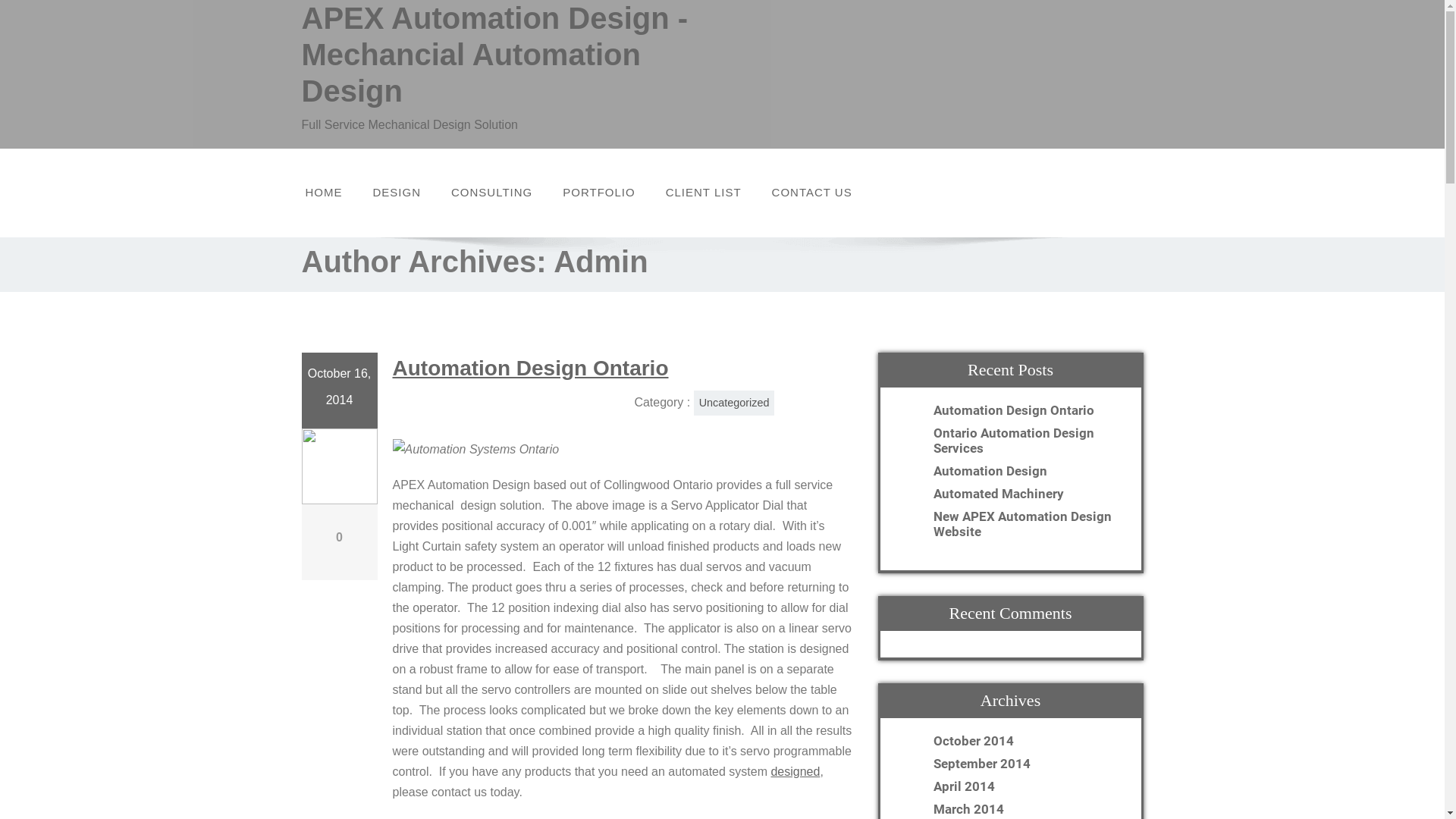 Image resolution: width=1456 pixels, height=819 pixels. I want to click on 'March 2014', so click(963, 807).